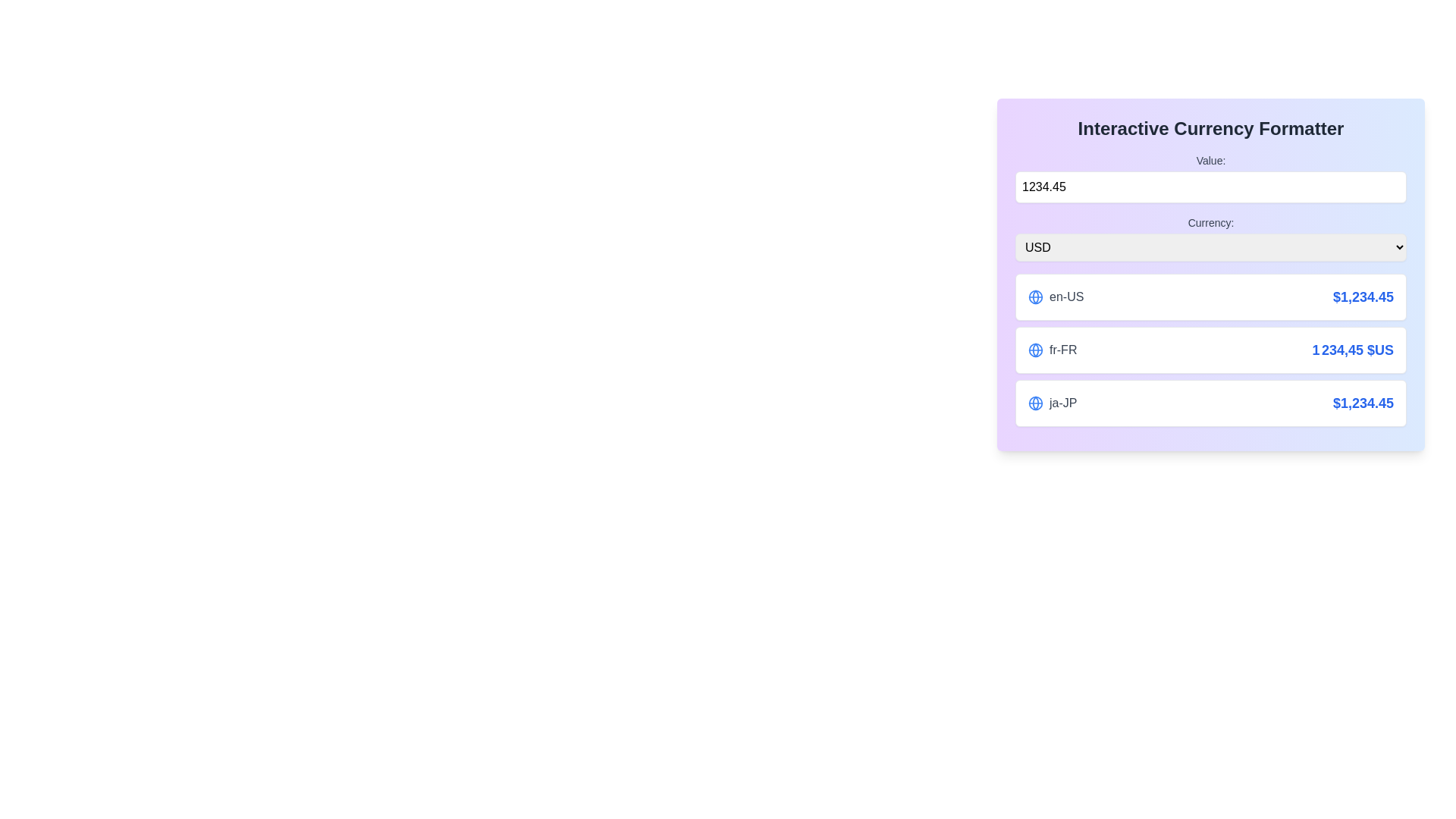 The width and height of the screenshot is (1456, 819). Describe the element at coordinates (1052, 350) in the screenshot. I see `the Label indicating the selected language or localization code associated with currency formatting, positioned as the second item in a vertical list` at that location.